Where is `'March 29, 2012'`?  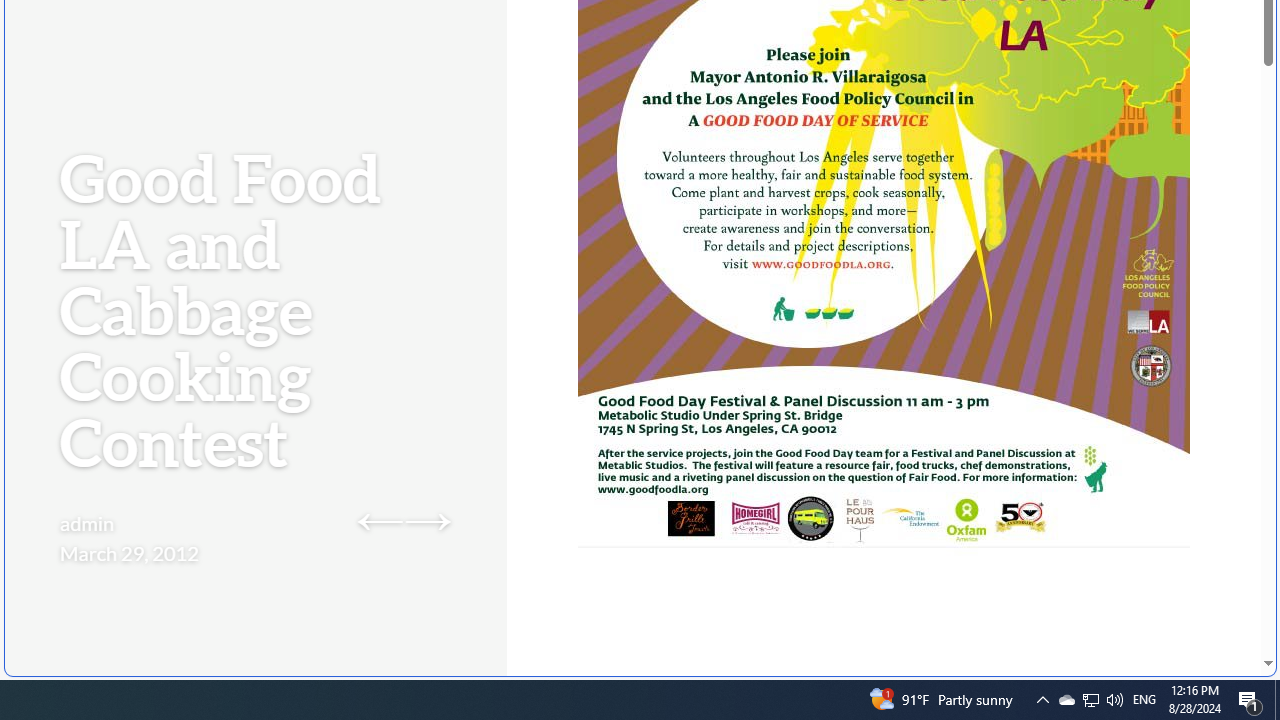 'March 29, 2012' is located at coordinates (128, 552).